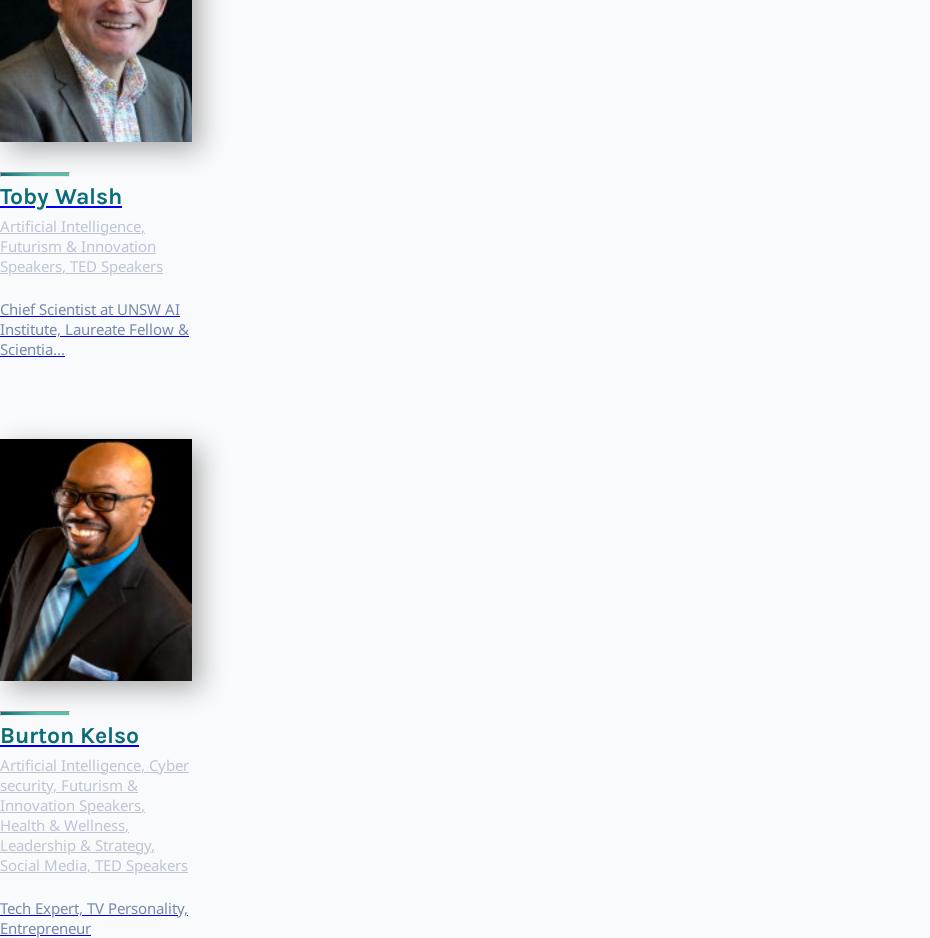 The width and height of the screenshot is (930, 938). What do you see at coordinates (94, 773) in the screenshot?
I see `'Cyber security'` at bounding box center [94, 773].